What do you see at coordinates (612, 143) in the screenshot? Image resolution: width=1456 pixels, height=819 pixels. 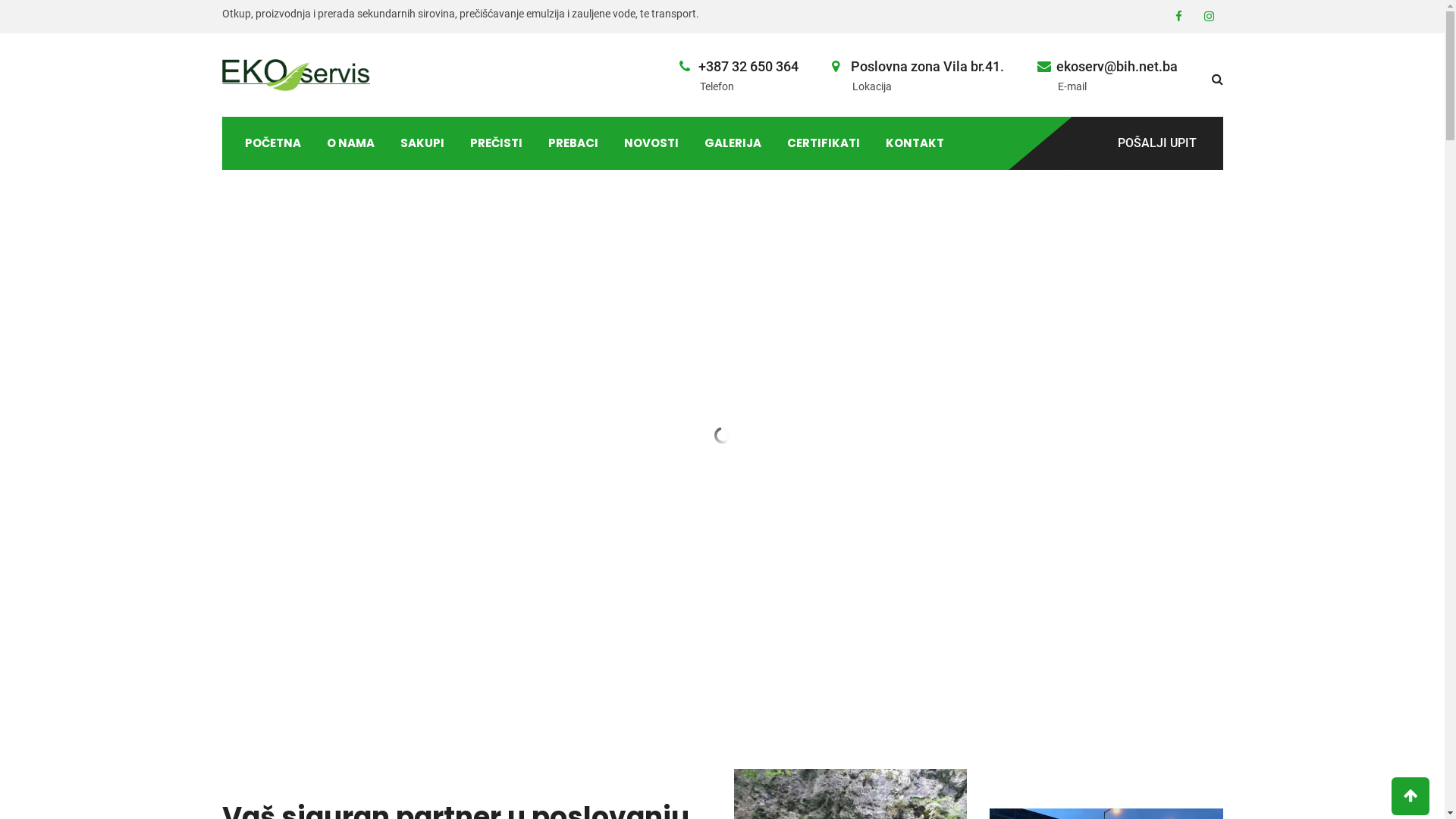 I see `'NOVOSTI'` at bounding box center [612, 143].